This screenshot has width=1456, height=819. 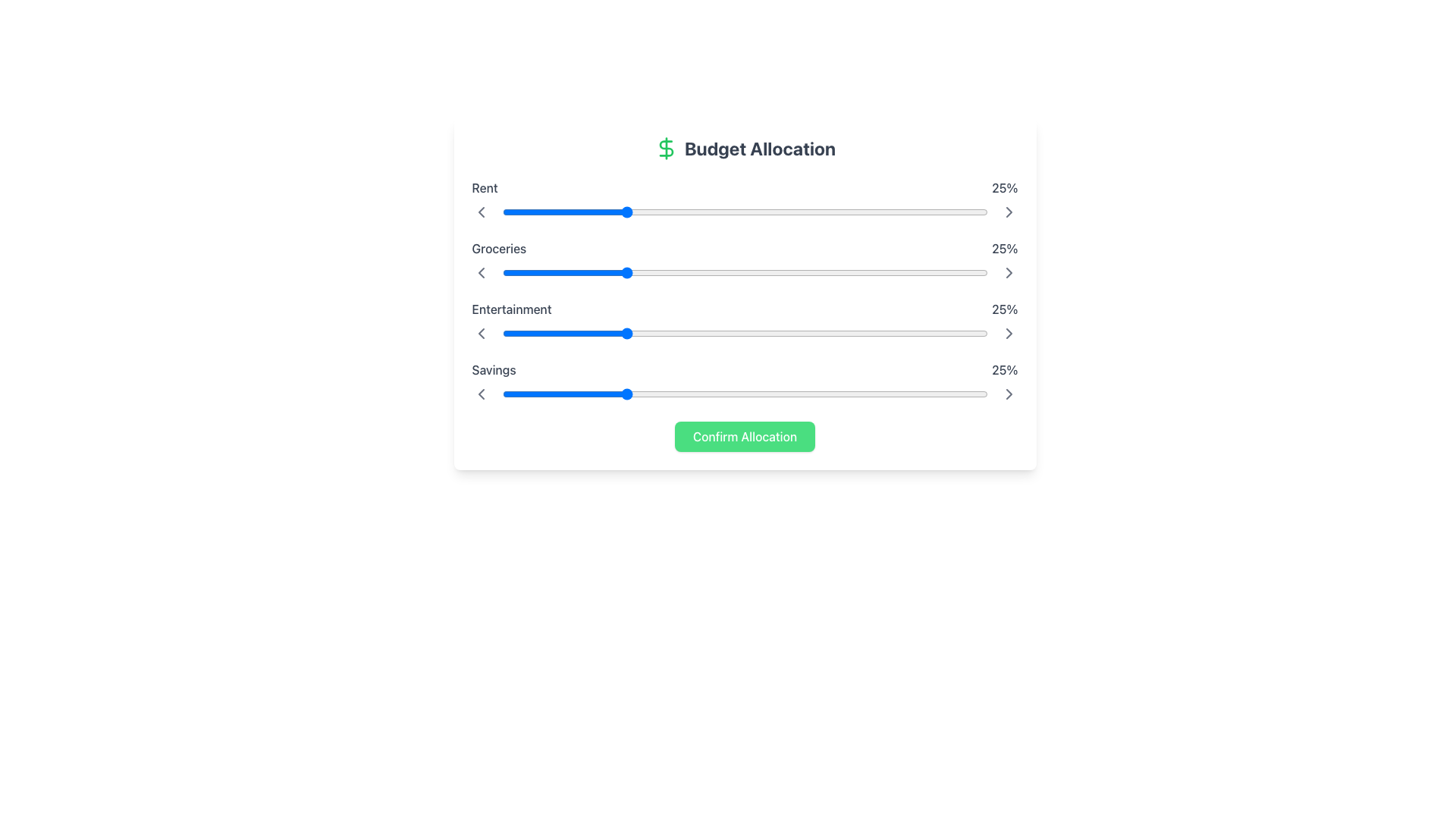 I want to click on the slider value, so click(x=550, y=394).